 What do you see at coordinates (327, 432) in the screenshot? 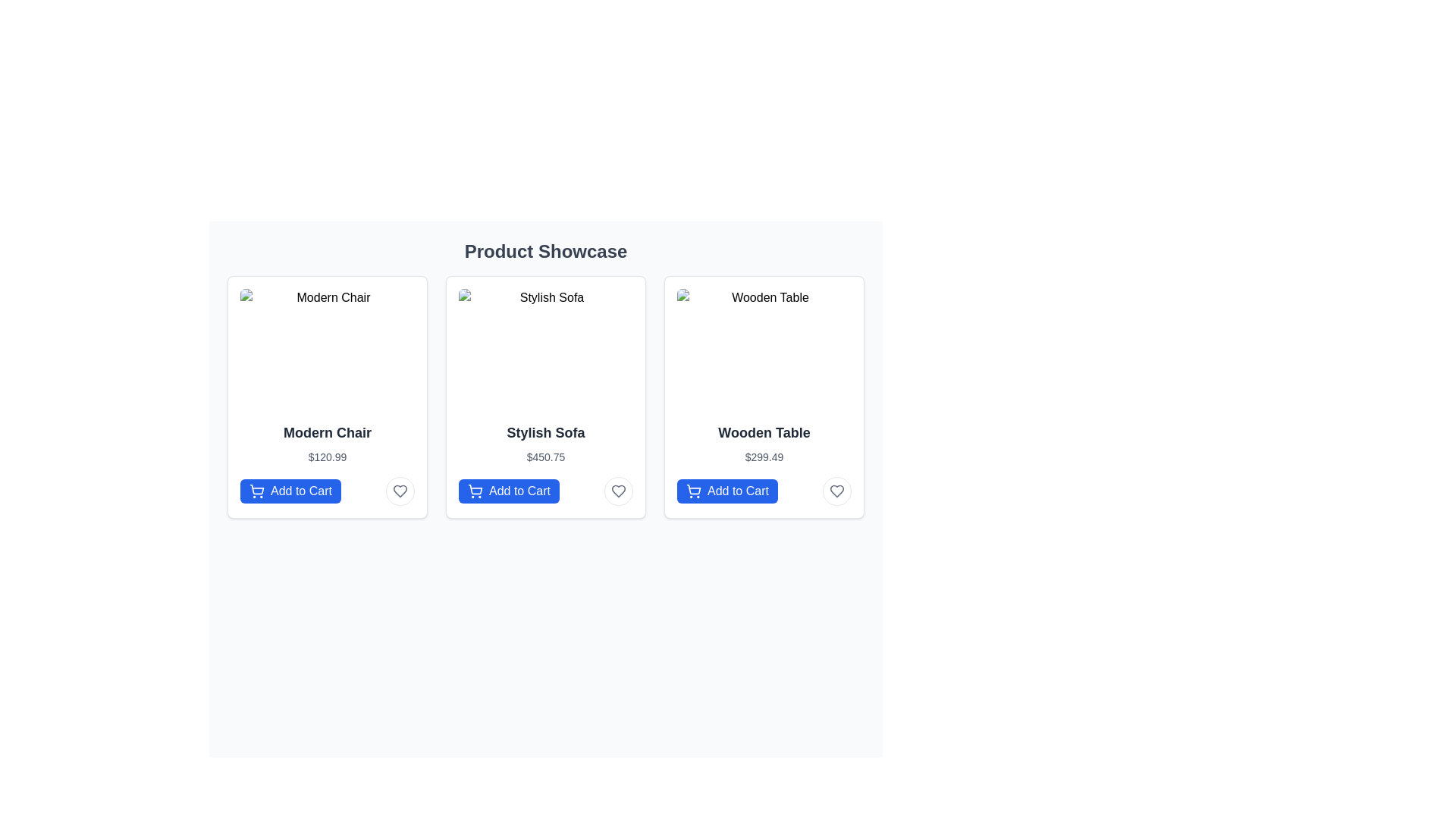
I see `the static text label that serves as the title of the product in the leftmost card, positioned below the image and above the price '$120.99'` at bounding box center [327, 432].